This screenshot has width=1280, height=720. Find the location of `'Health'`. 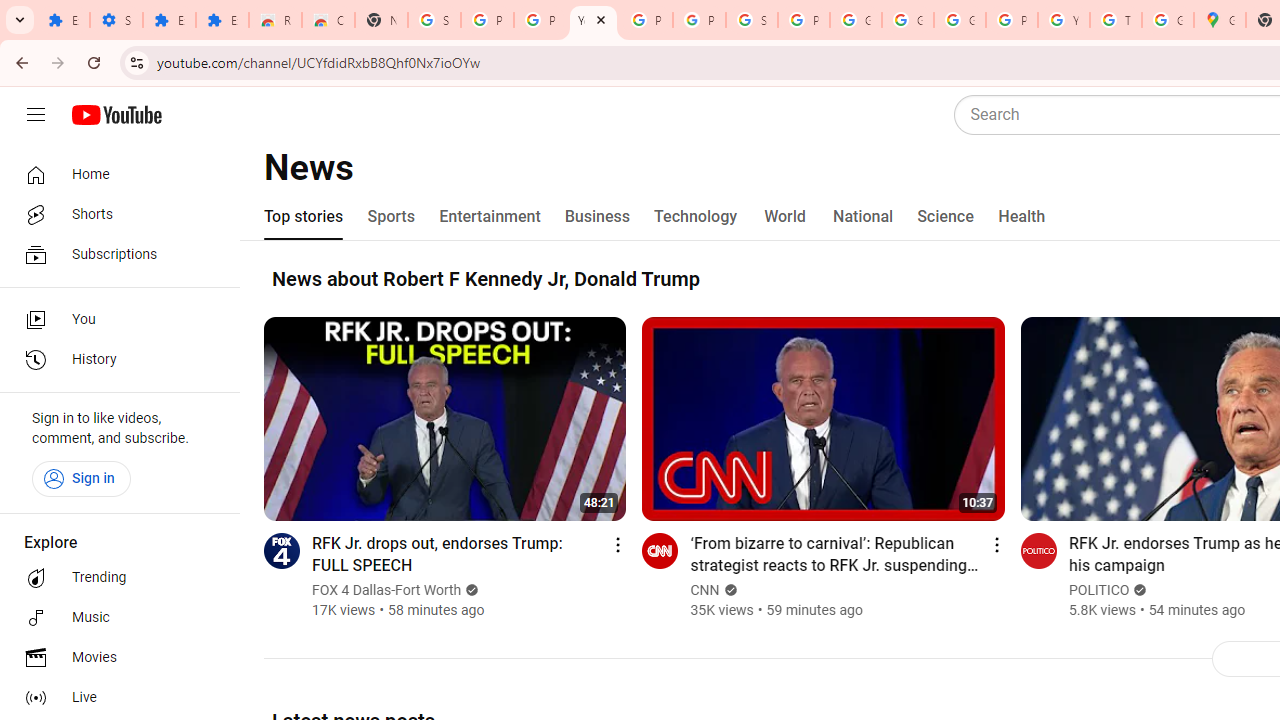

'Health' is located at coordinates (1021, 217).